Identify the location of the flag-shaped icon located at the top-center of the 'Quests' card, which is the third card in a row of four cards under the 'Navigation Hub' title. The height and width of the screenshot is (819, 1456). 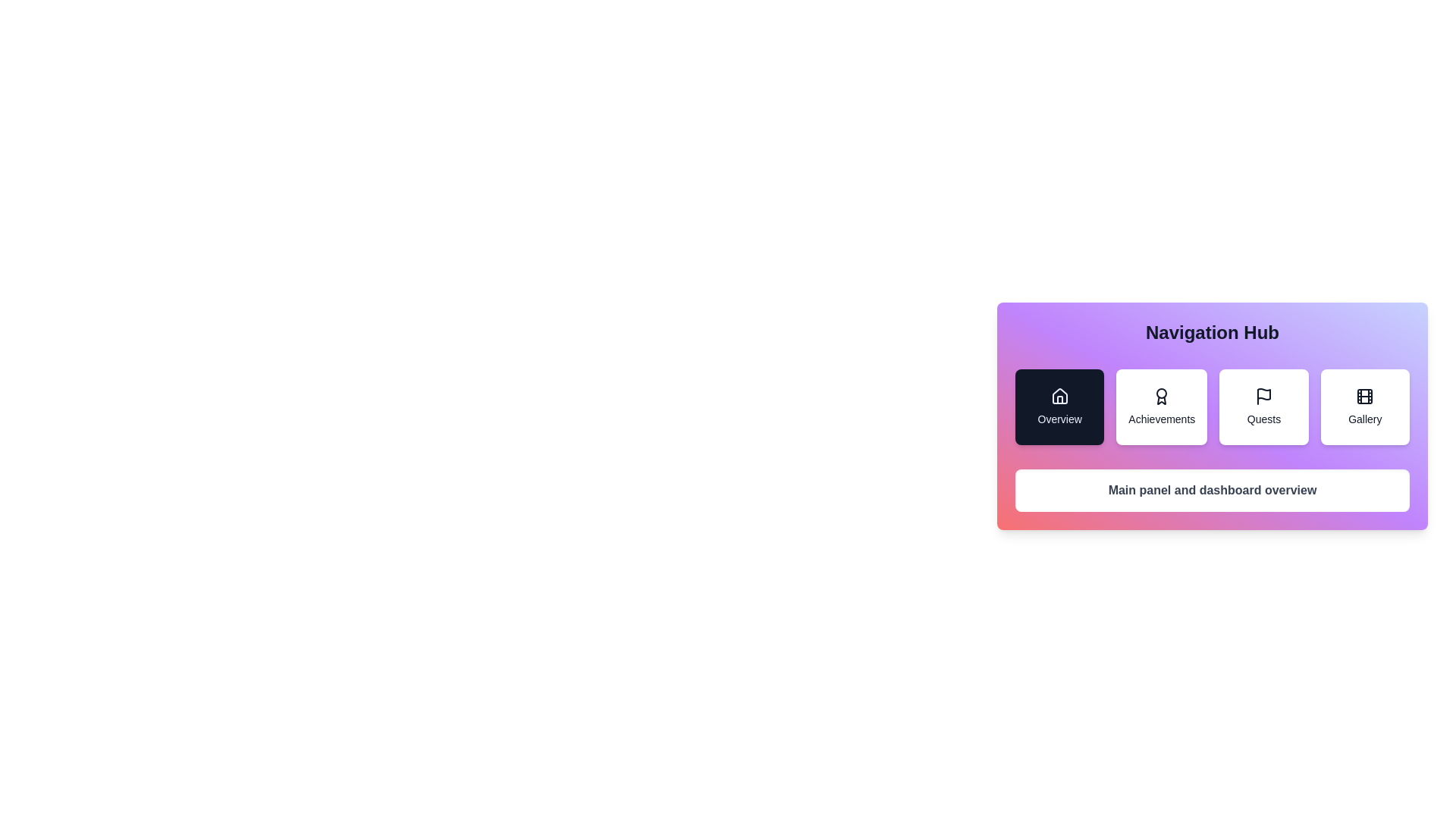
(1263, 396).